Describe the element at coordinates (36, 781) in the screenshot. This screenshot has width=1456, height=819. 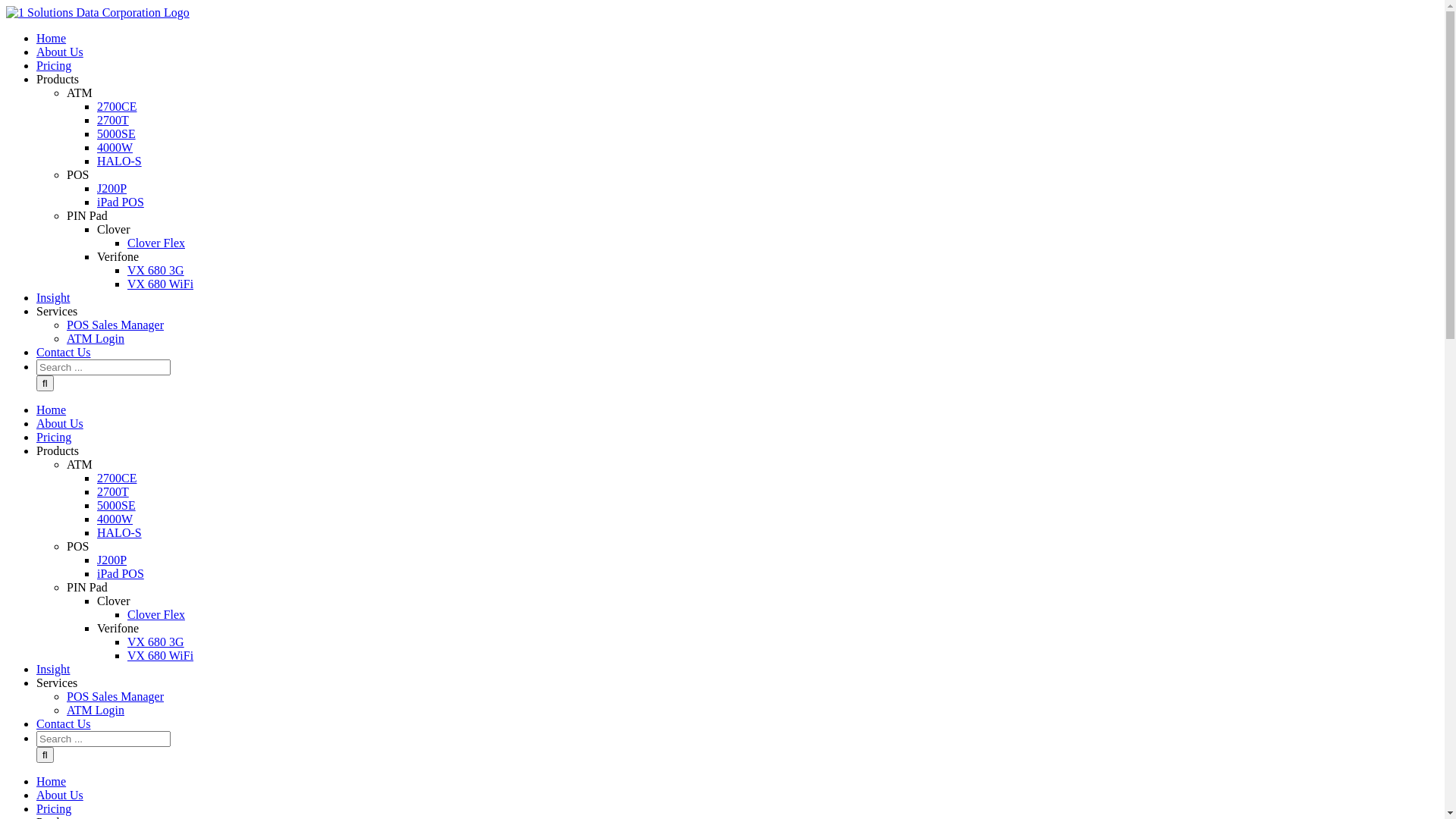
I see `'Home'` at that location.